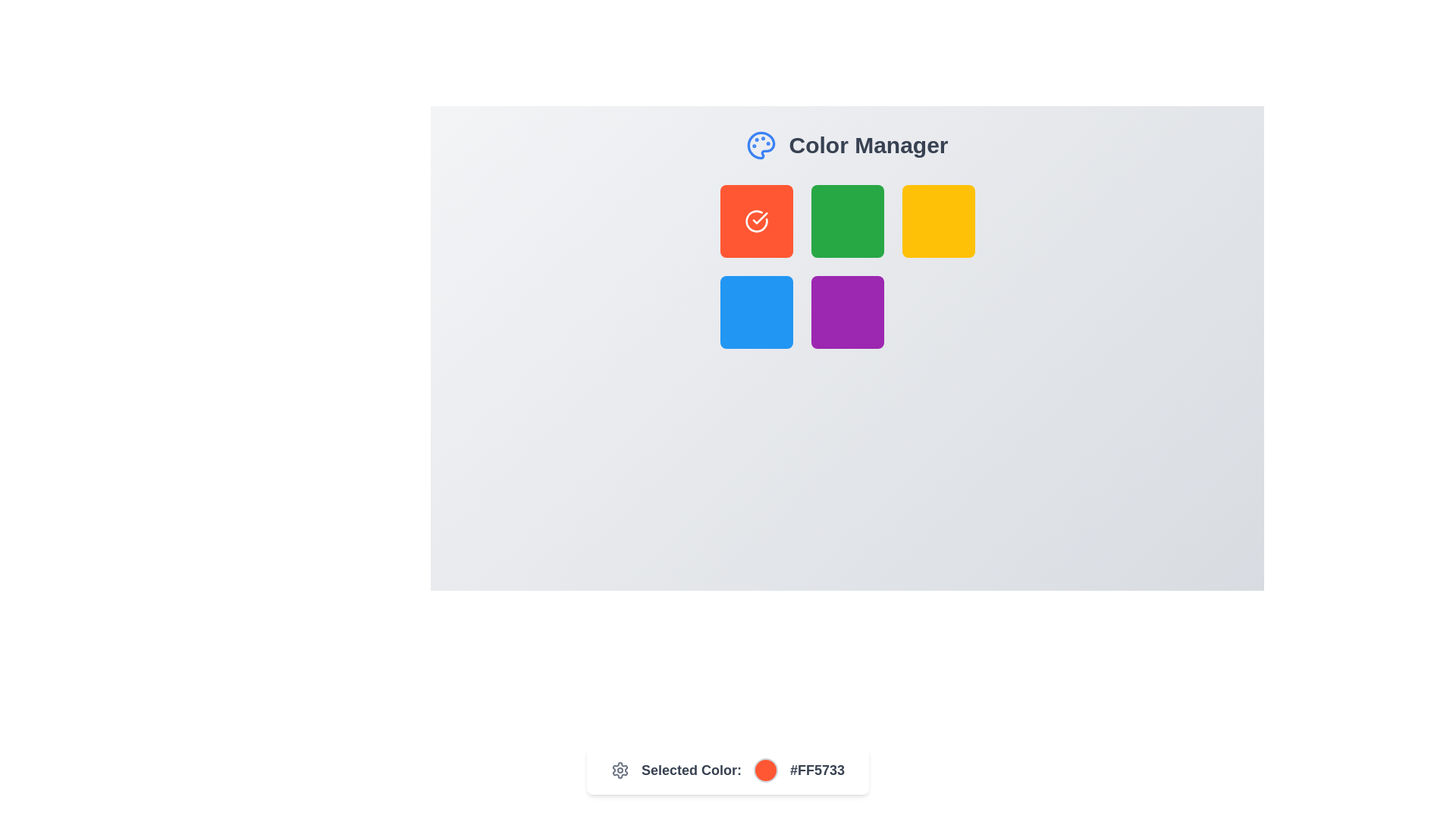  Describe the element at coordinates (765, 770) in the screenshot. I see `the color indication of the vibrant orange circular color indicator located within the 'Selected Color' component, positioned between the text 'Selected Color:' and '#FF5733'` at that location.